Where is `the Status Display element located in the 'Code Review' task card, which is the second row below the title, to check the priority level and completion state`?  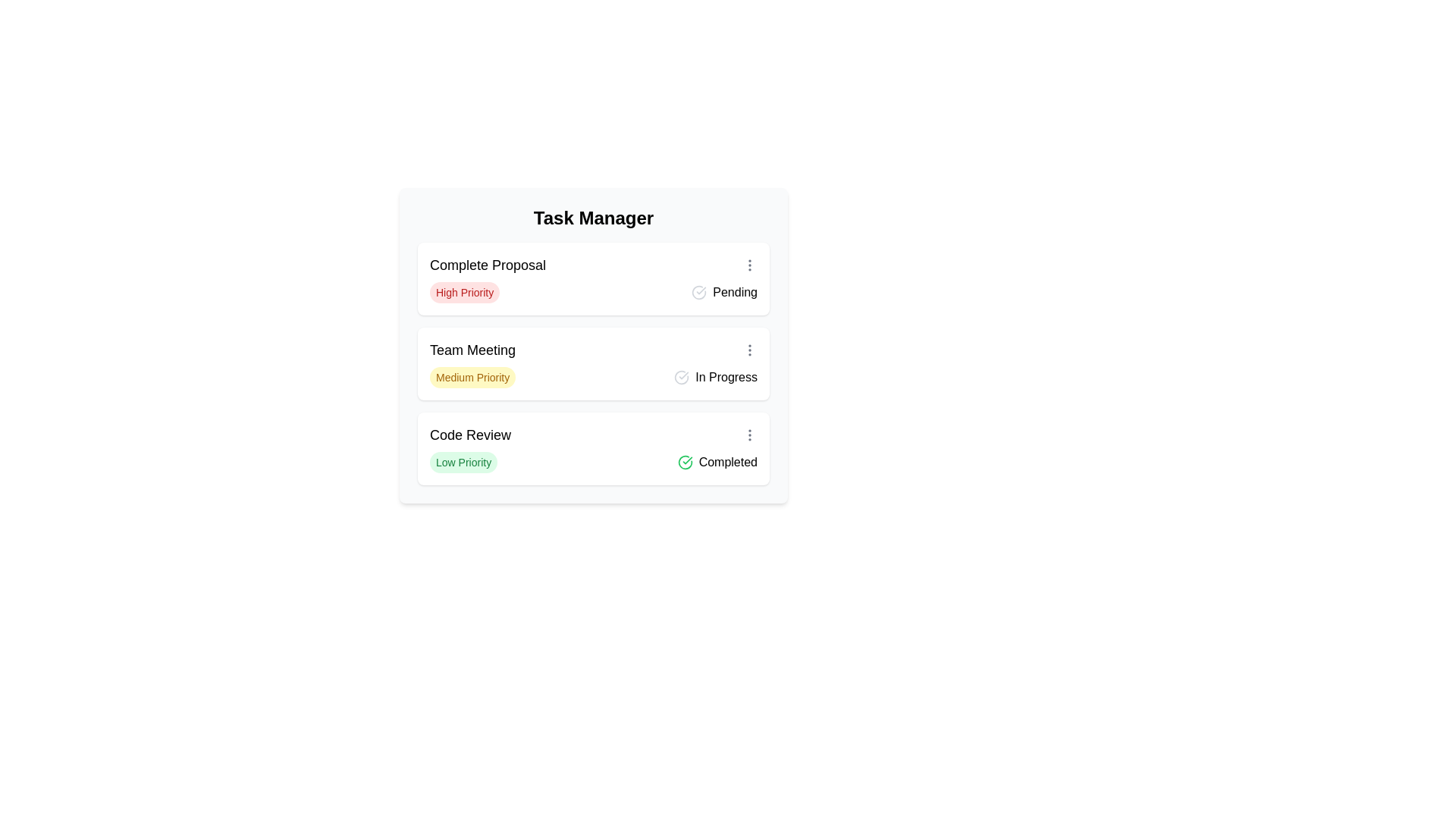
the Status Display element located in the 'Code Review' task card, which is the second row below the title, to check the priority level and completion state is located at coordinates (592, 461).